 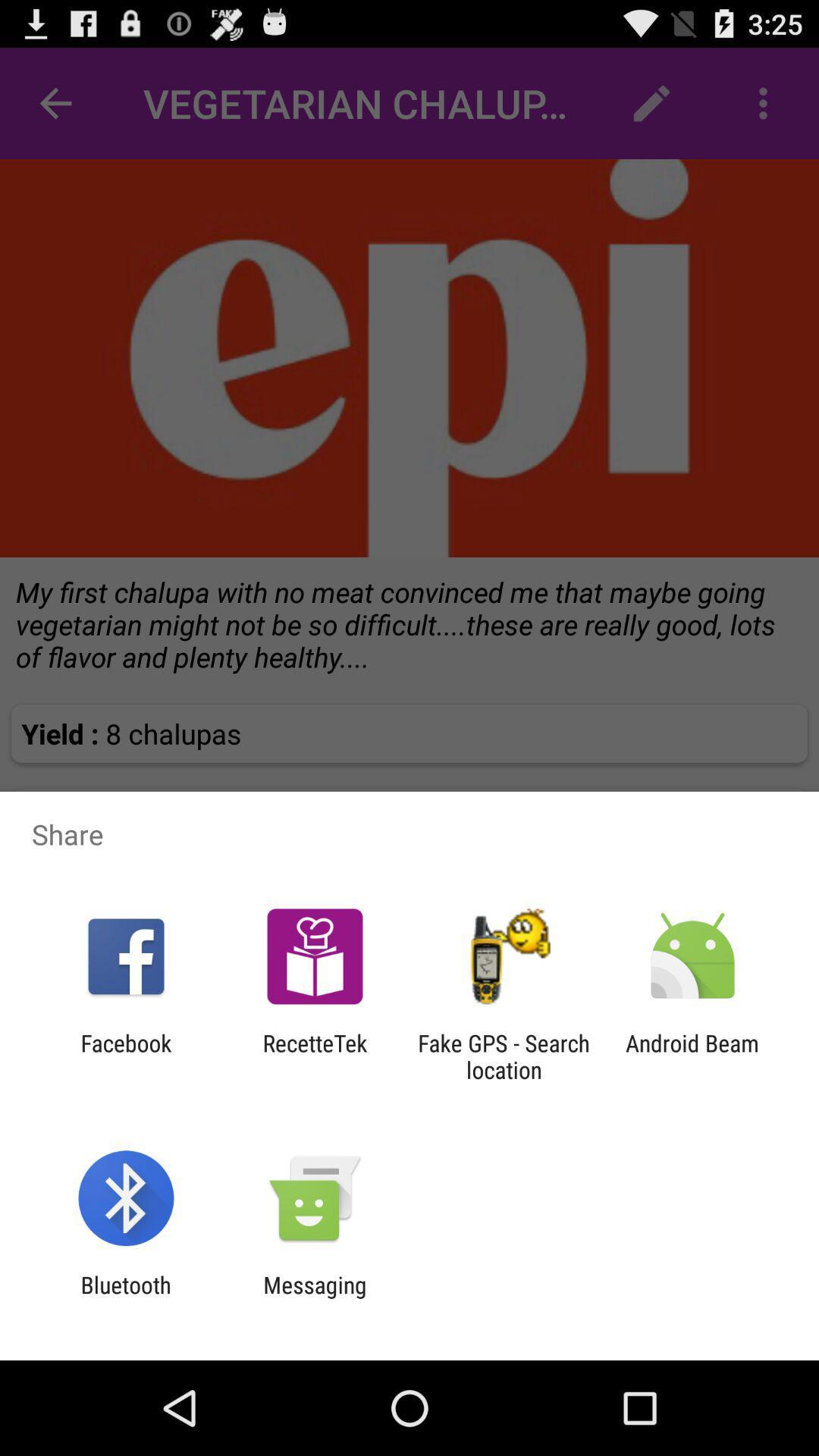 What do you see at coordinates (692, 1056) in the screenshot?
I see `the icon next to fake gps search icon` at bounding box center [692, 1056].